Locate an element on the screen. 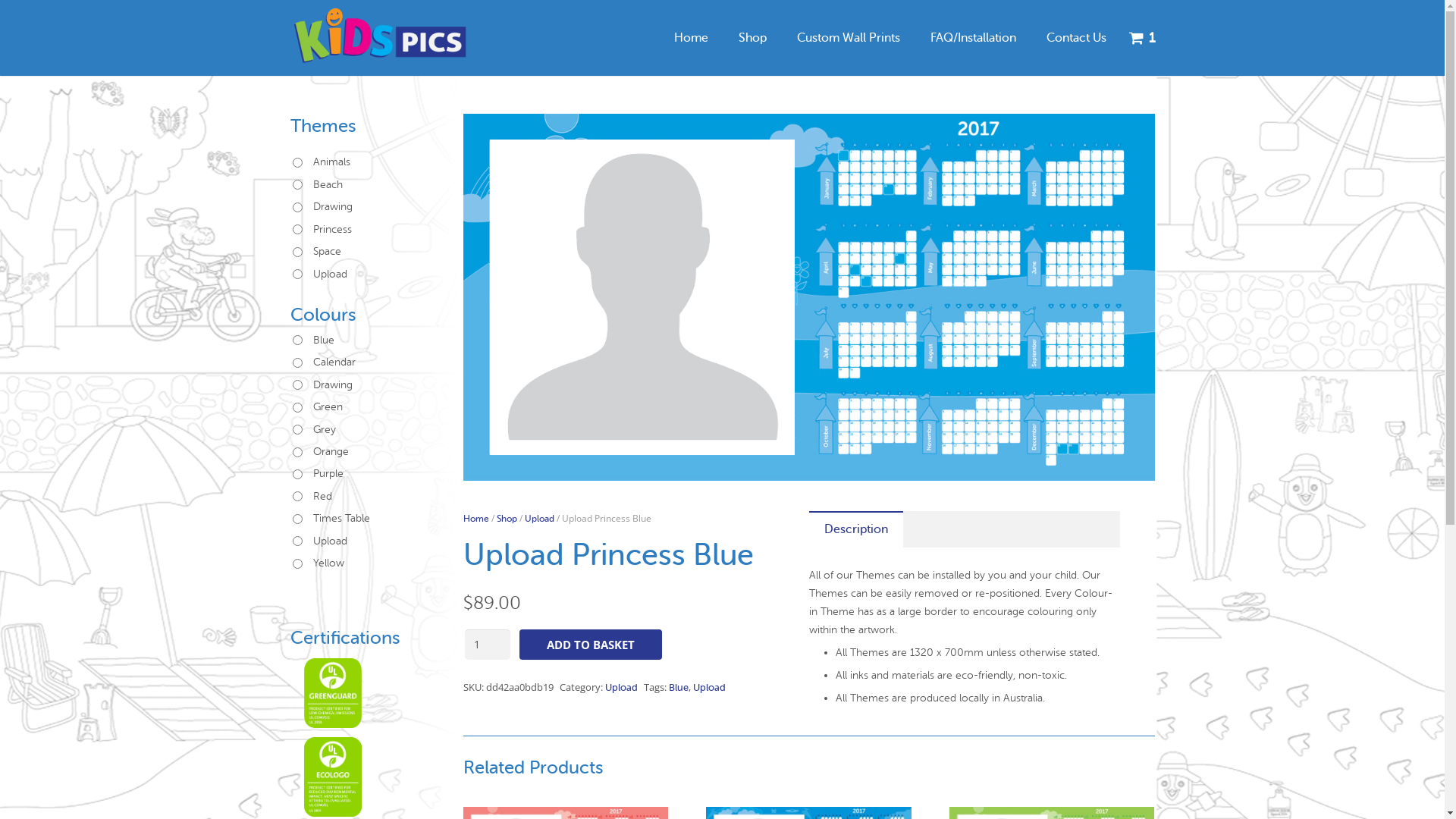 This screenshot has height=819, width=1456. 'Description' is located at coordinates (855, 529).